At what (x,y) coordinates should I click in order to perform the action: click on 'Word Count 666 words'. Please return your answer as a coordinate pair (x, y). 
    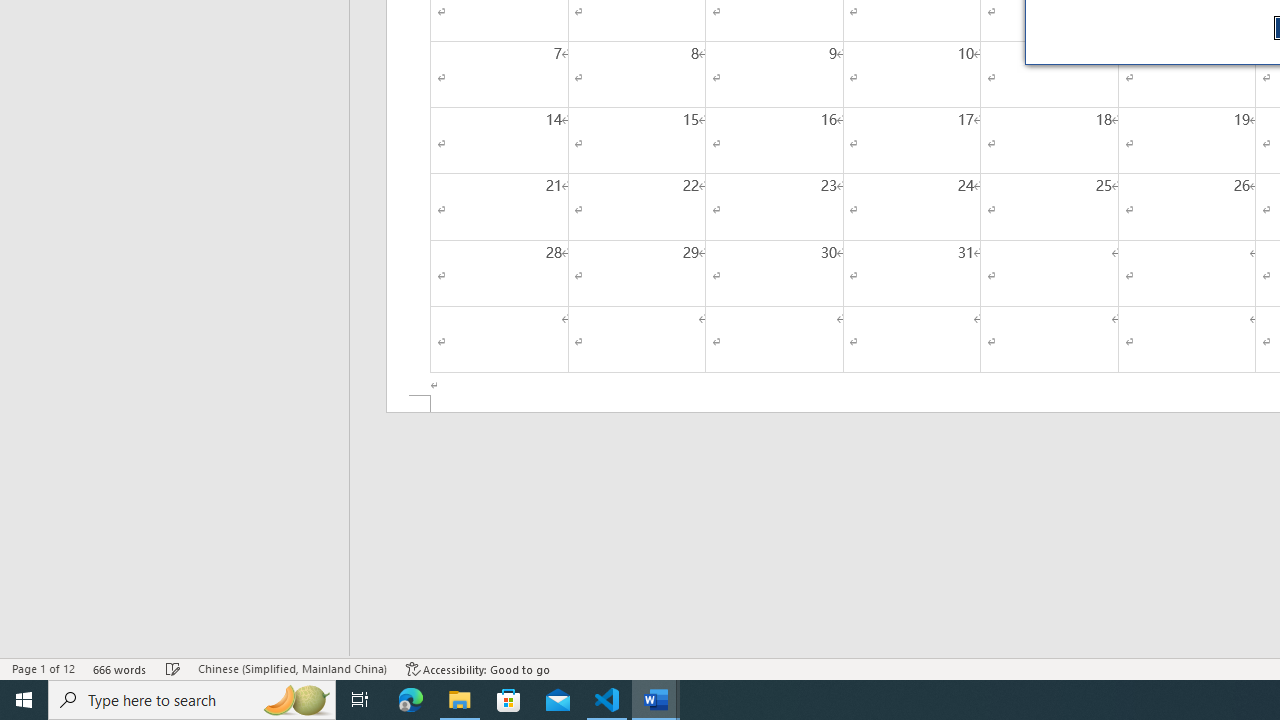
    Looking at the image, I should click on (119, 669).